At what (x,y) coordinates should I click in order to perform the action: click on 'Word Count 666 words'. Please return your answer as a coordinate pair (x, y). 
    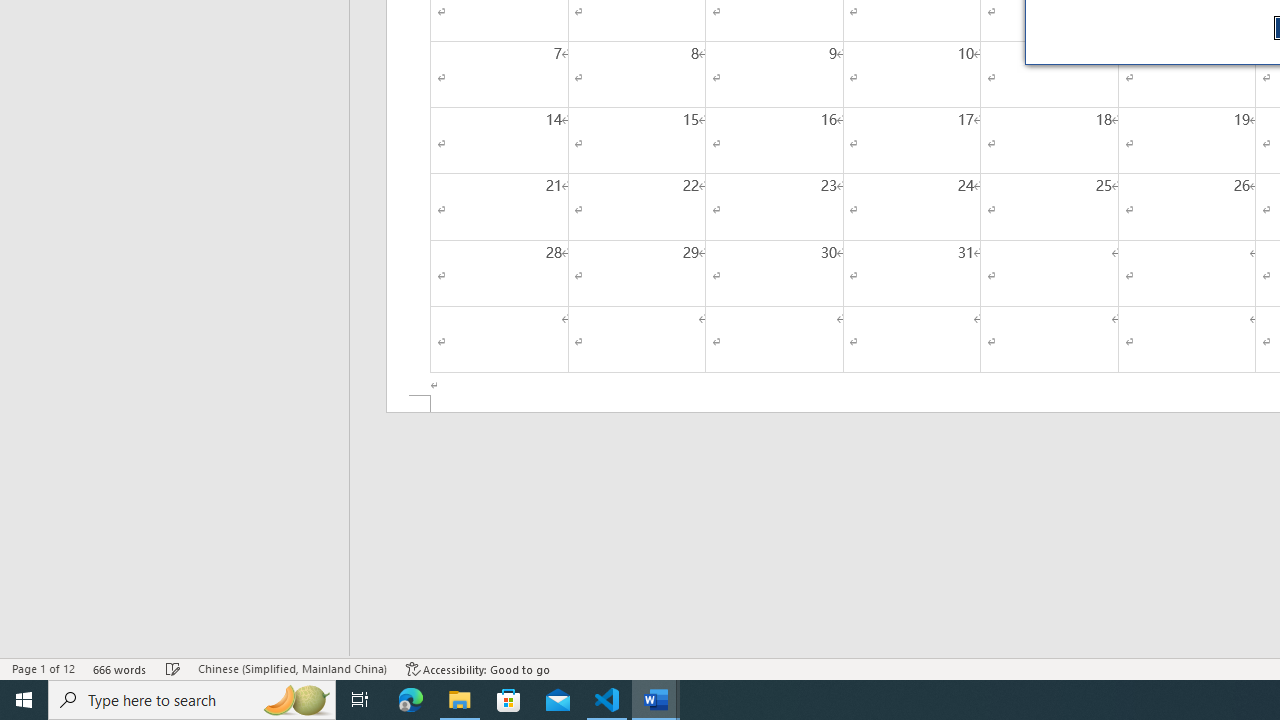
    Looking at the image, I should click on (119, 669).